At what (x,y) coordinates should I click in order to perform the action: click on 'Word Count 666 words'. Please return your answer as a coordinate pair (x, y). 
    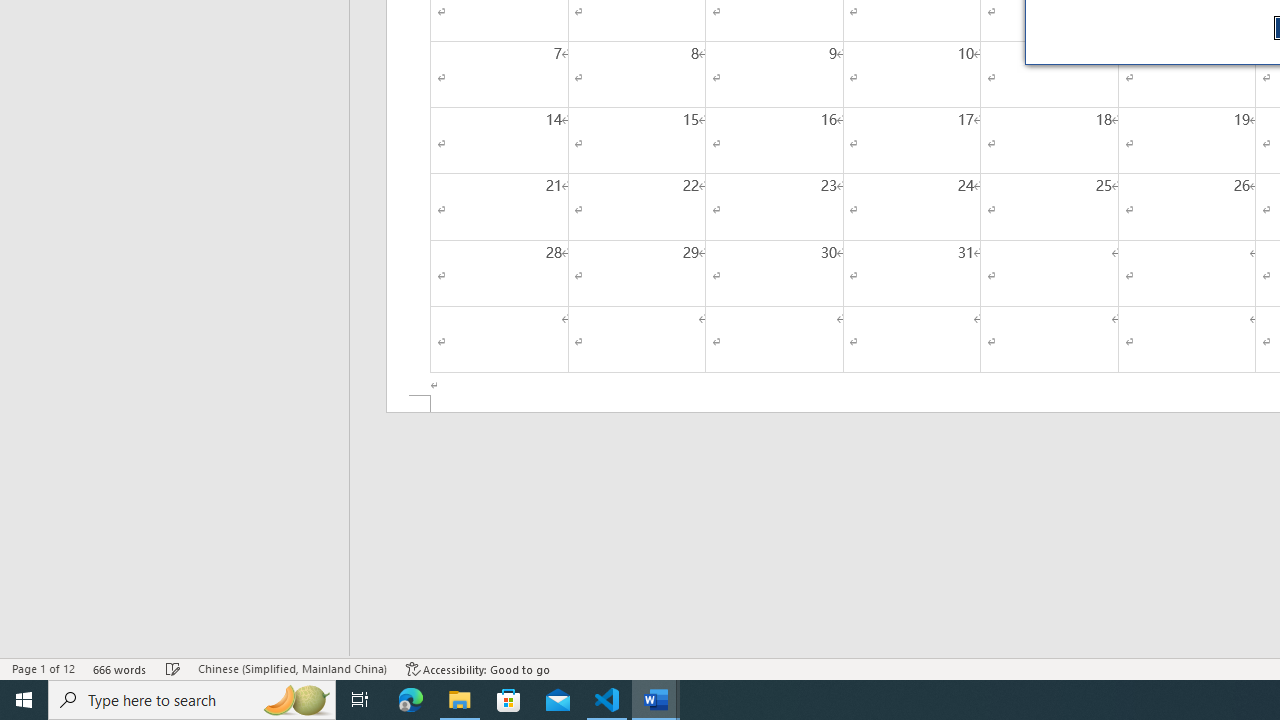
    Looking at the image, I should click on (119, 669).